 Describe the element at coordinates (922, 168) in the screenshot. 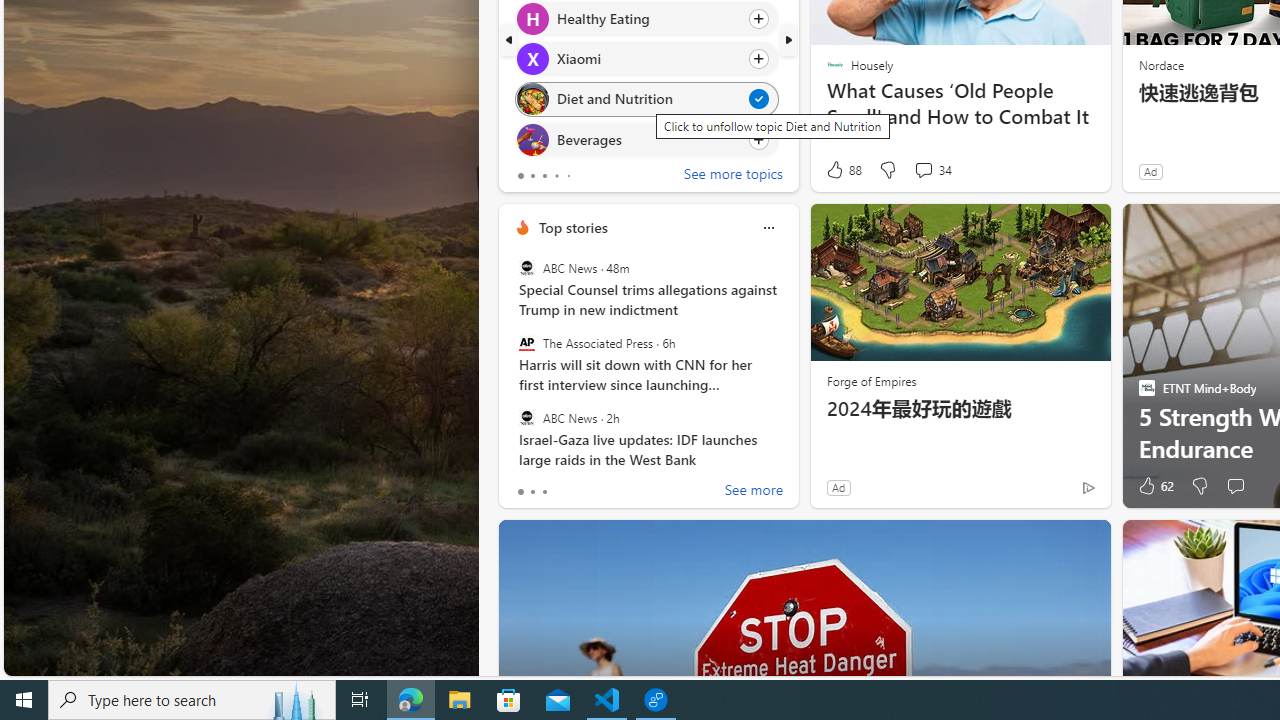

I see `'View comments 34 Comment'` at that location.